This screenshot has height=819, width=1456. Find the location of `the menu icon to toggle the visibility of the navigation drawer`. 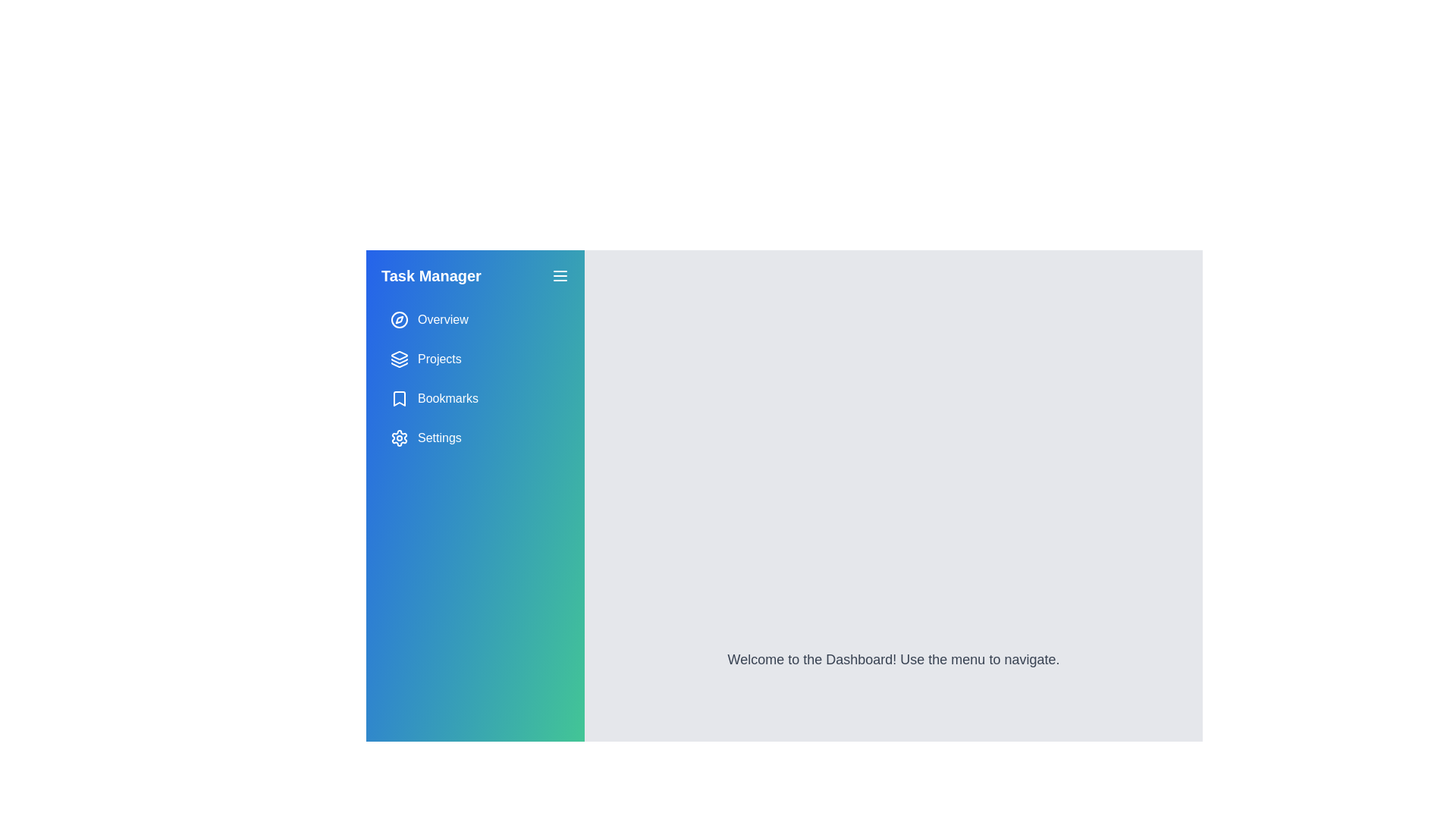

the menu icon to toggle the visibility of the navigation drawer is located at coordinates (560, 275).